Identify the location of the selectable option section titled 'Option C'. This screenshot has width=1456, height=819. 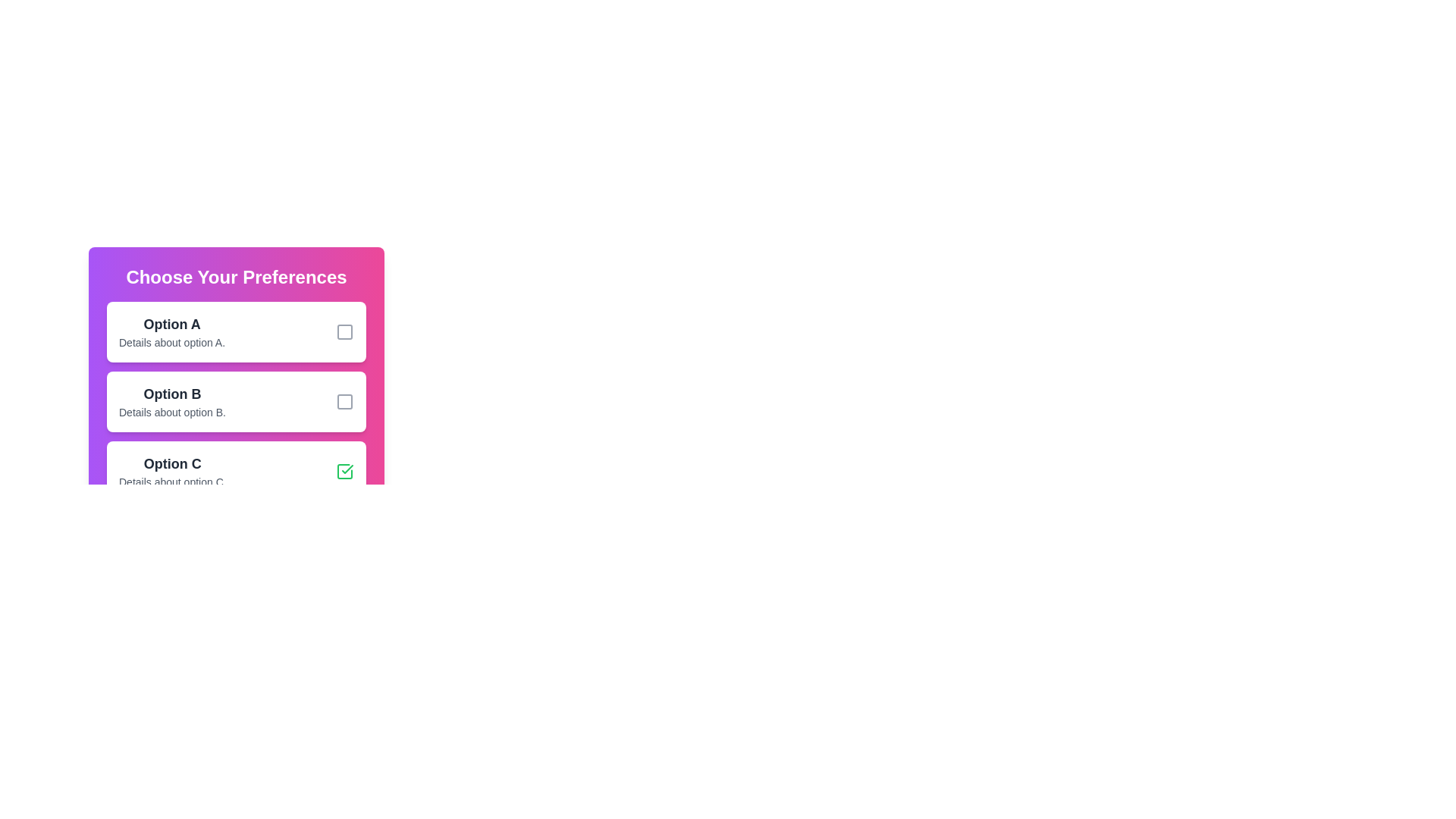
(236, 470).